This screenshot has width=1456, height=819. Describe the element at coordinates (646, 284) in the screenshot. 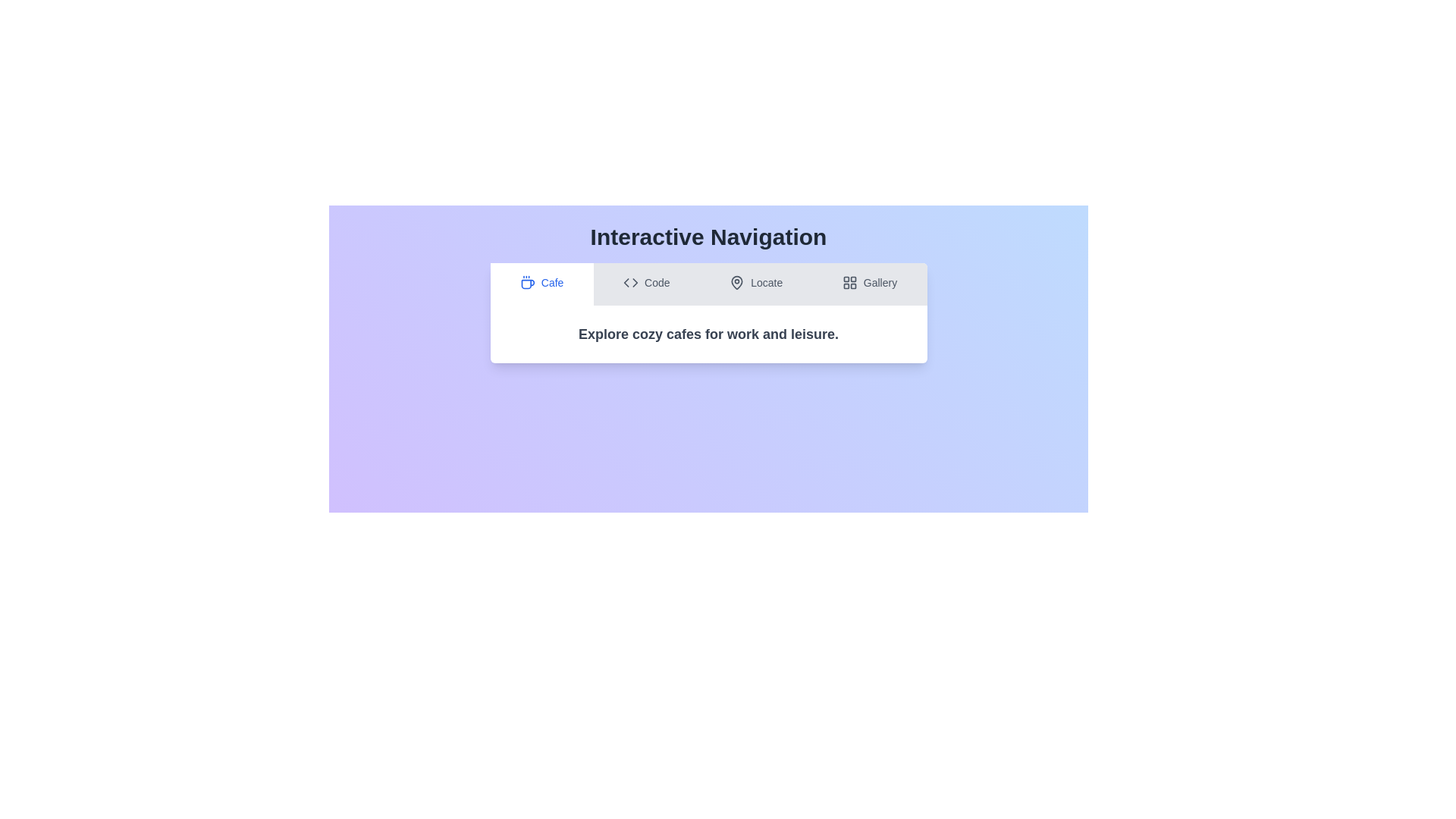

I see `the tab labeled 'Code' to preview its interaction effect` at that location.